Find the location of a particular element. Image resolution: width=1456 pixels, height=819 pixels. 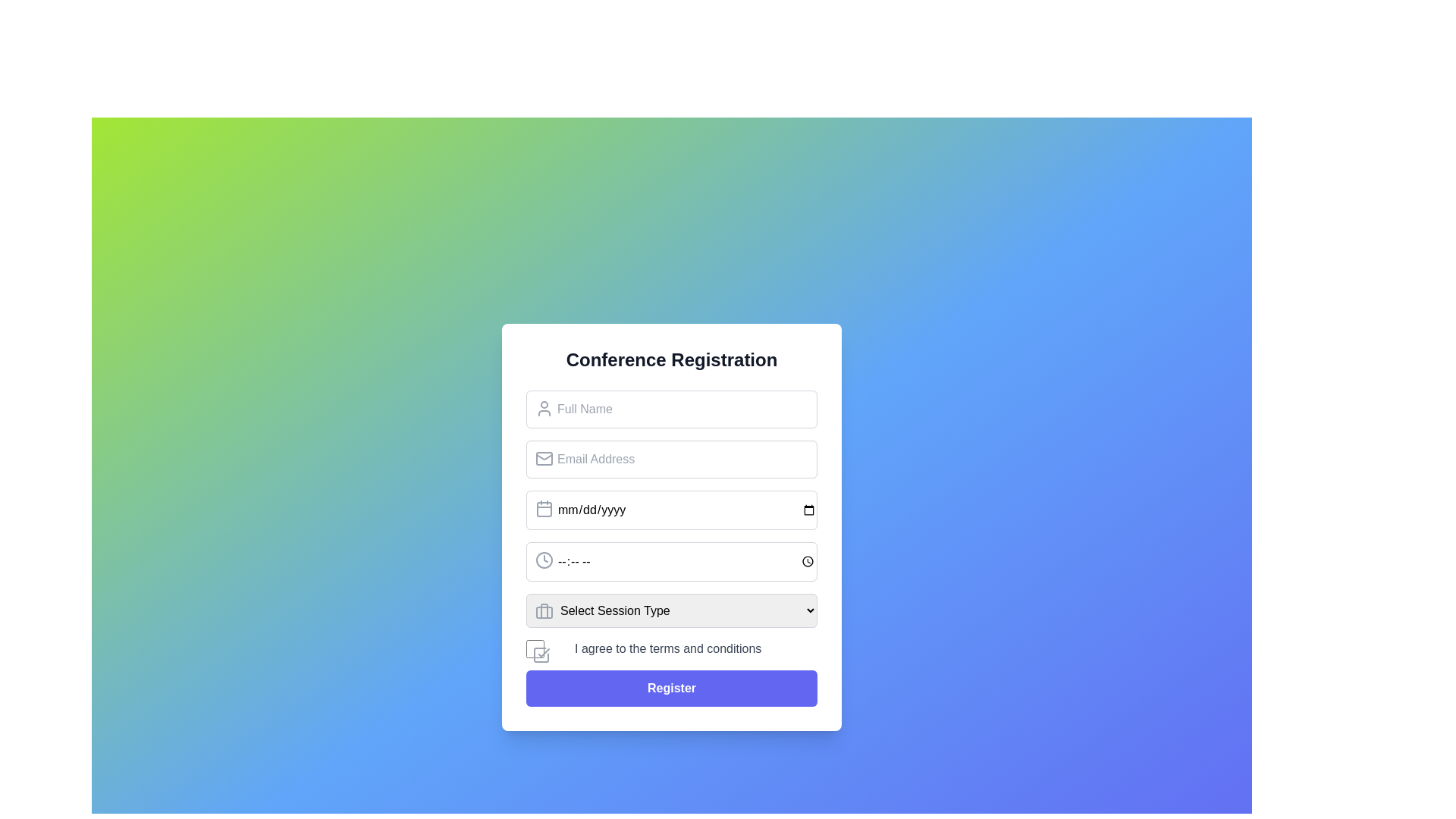

the appearance of the SVG icon resembling a checkbox with a check mark located at the bottom part of the form layout, to the left of the text 'I agree to the terms and conditions.' is located at coordinates (541, 654).